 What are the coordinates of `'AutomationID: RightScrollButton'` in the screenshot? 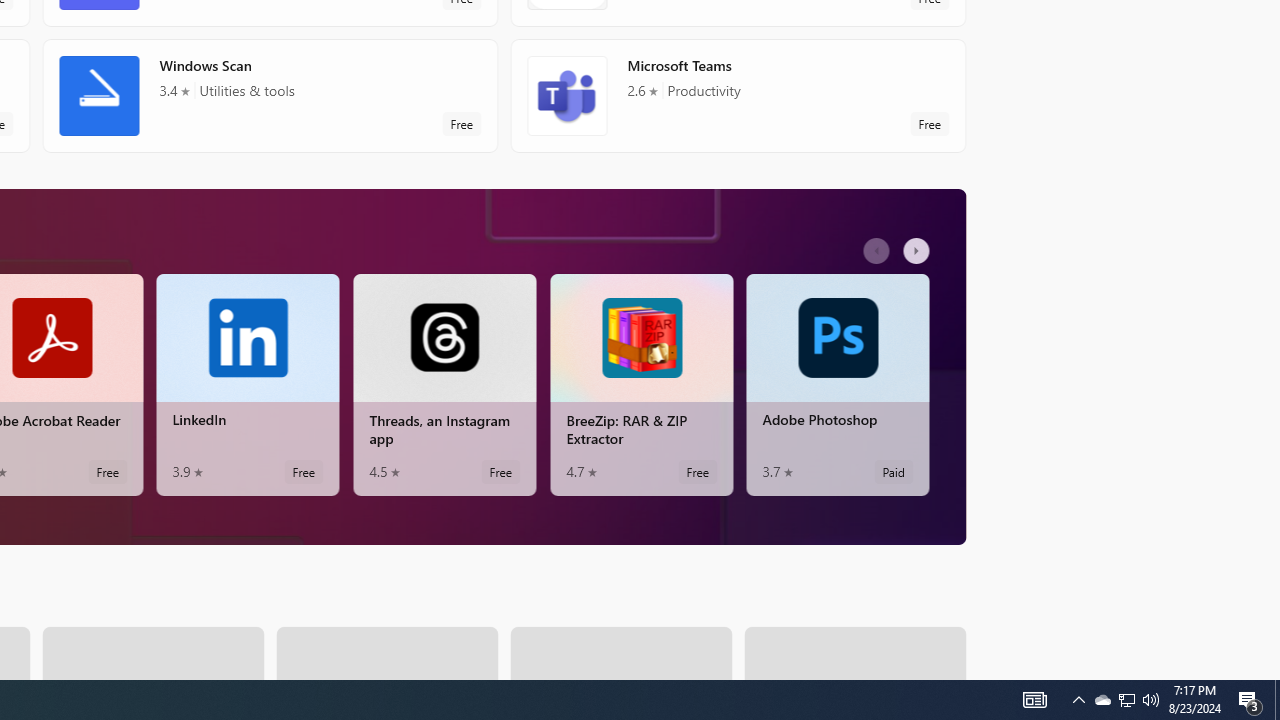 It's located at (918, 249).